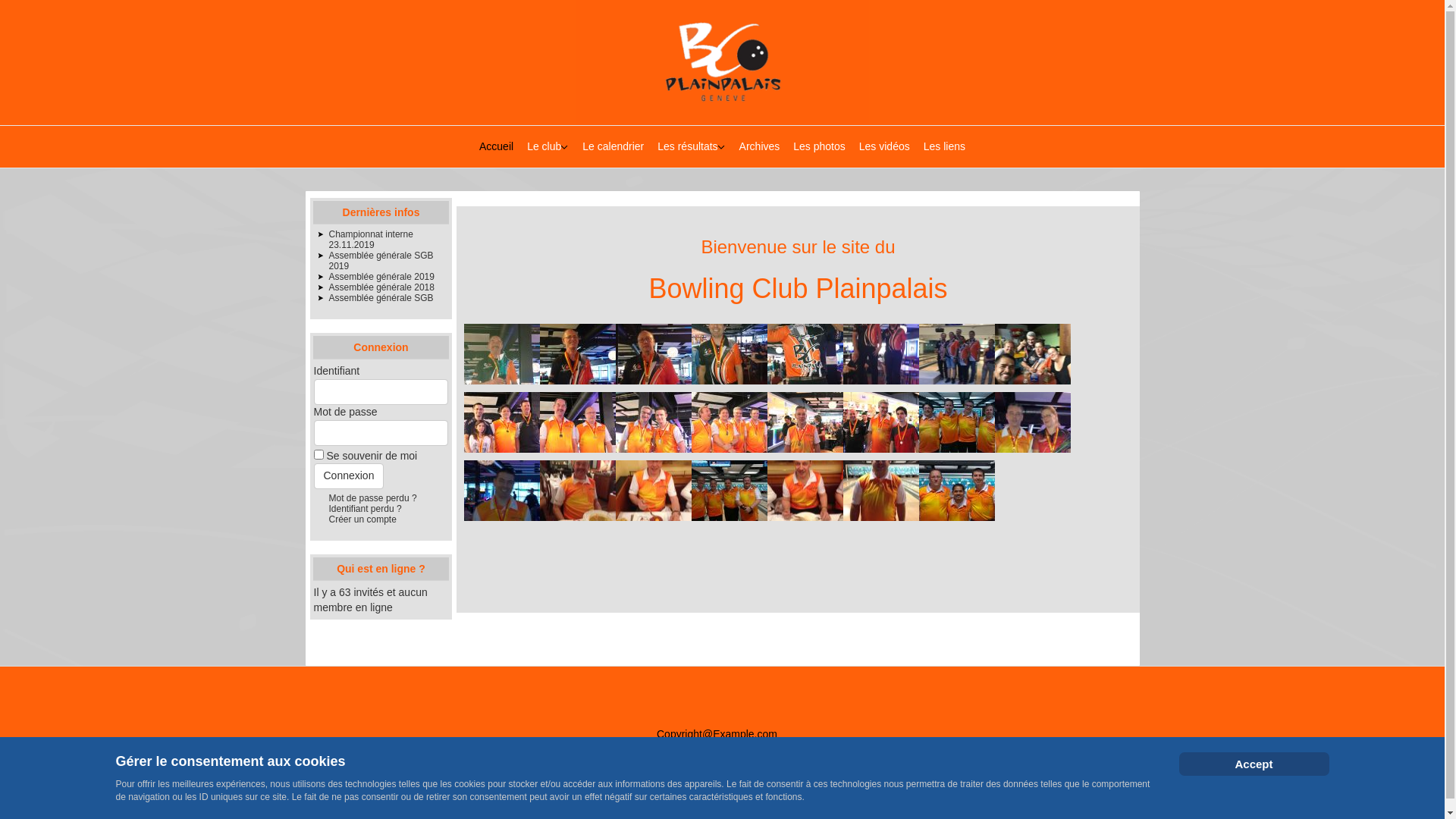  I want to click on 'Archives', so click(760, 146).